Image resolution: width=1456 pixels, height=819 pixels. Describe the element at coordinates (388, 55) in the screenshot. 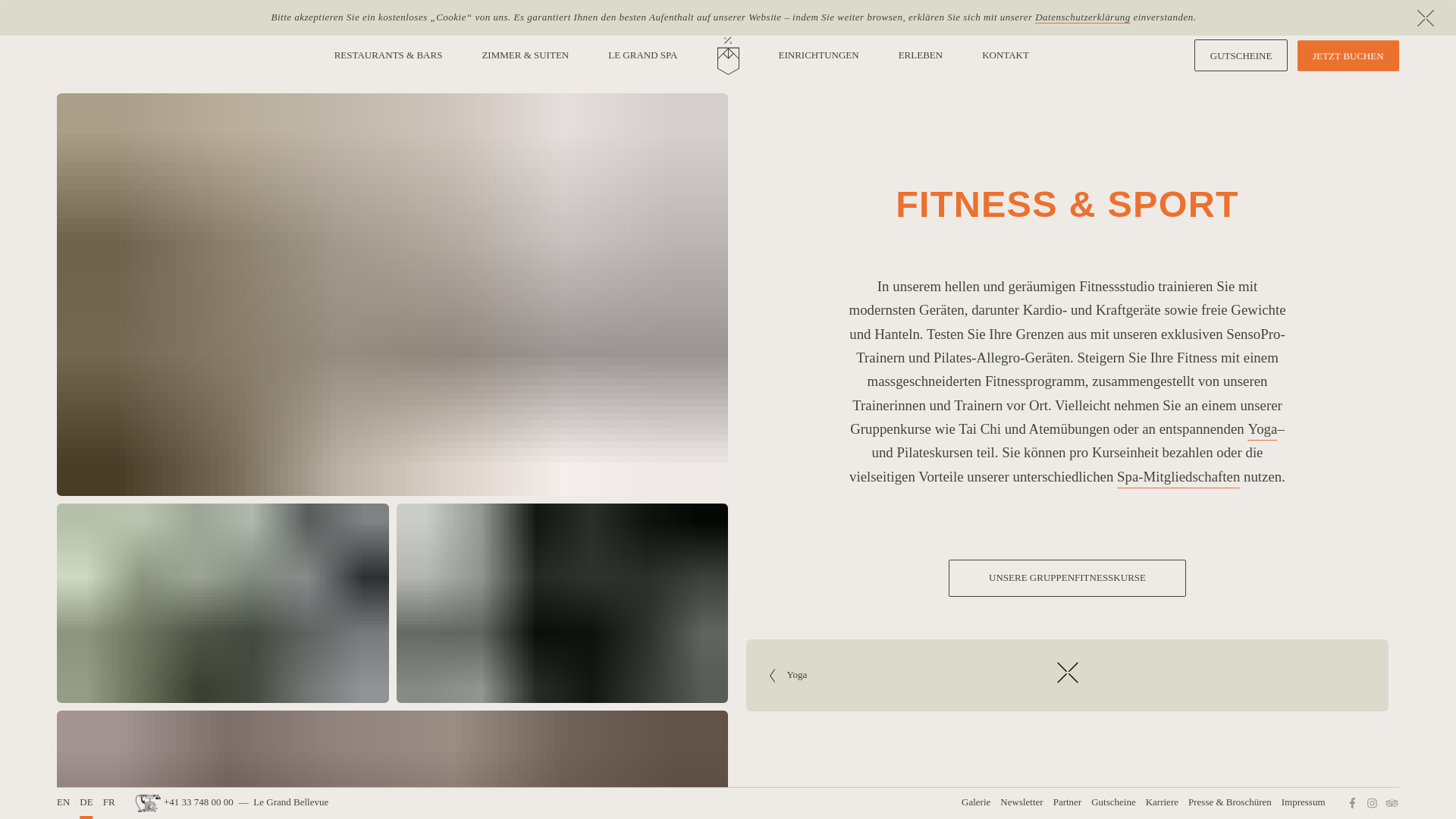

I see `'RESTAURANTS & BARS'` at that location.